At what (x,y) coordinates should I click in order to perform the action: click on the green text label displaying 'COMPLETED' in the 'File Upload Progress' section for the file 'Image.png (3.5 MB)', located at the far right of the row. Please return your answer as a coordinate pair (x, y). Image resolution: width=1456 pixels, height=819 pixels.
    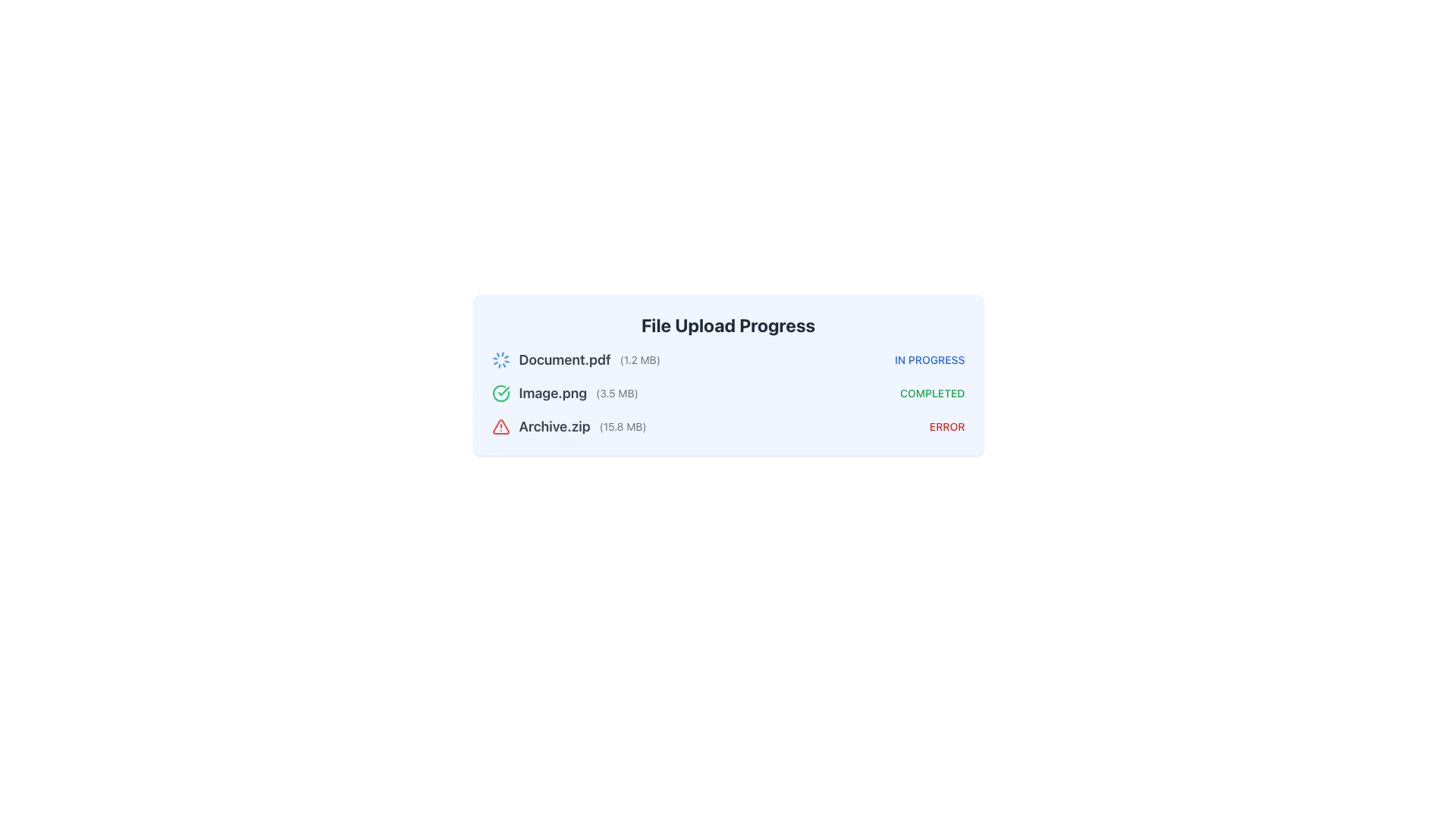
    Looking at the image, I should click on (931, 393).